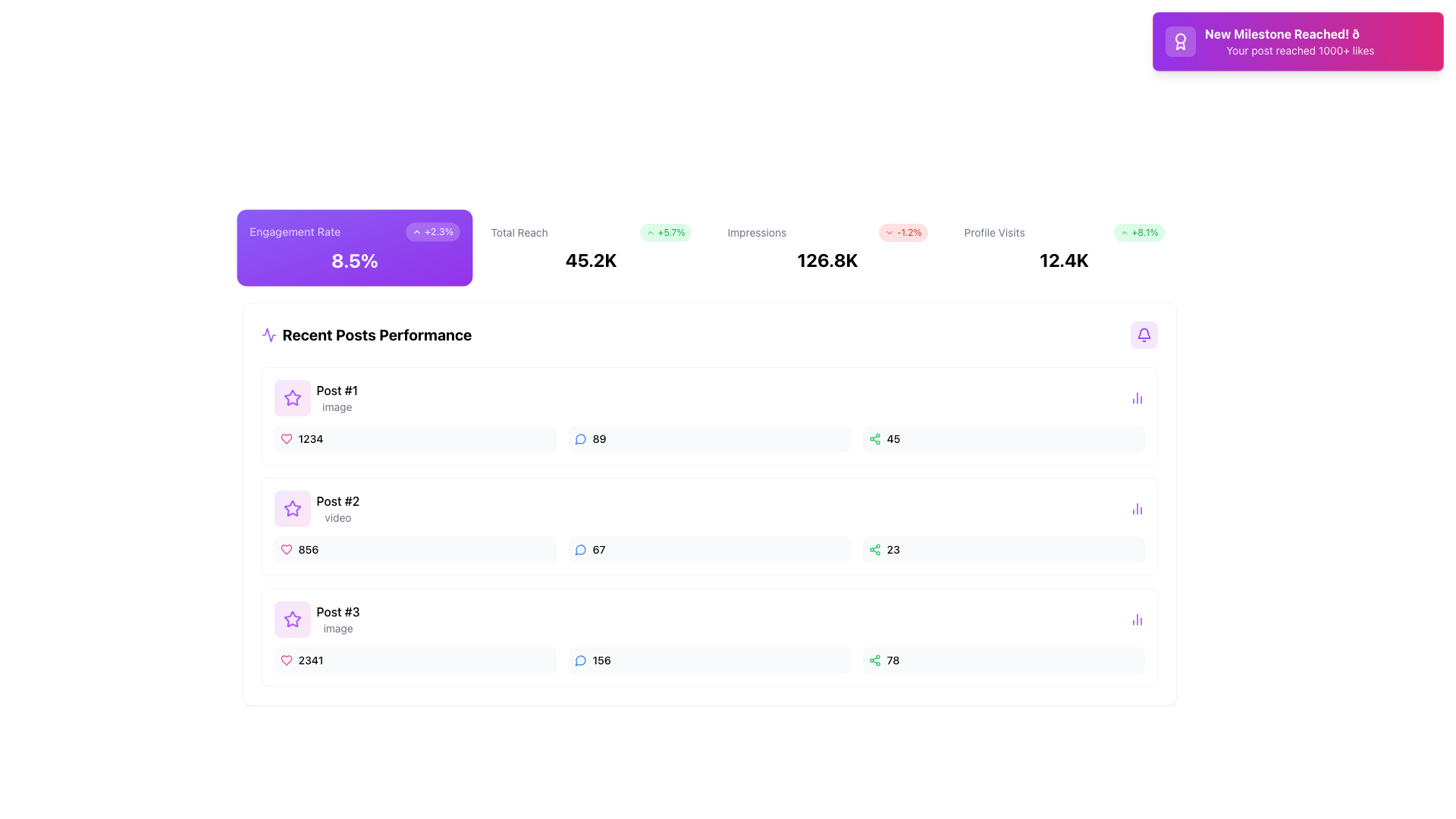 This screenshot has height=819, width=1456. I want to click on static text label displaying the number '156' located in the third row of the 'Recent Posts Performance' section, positioned to the right of a small, blue circular message icon, so click(601, 660).